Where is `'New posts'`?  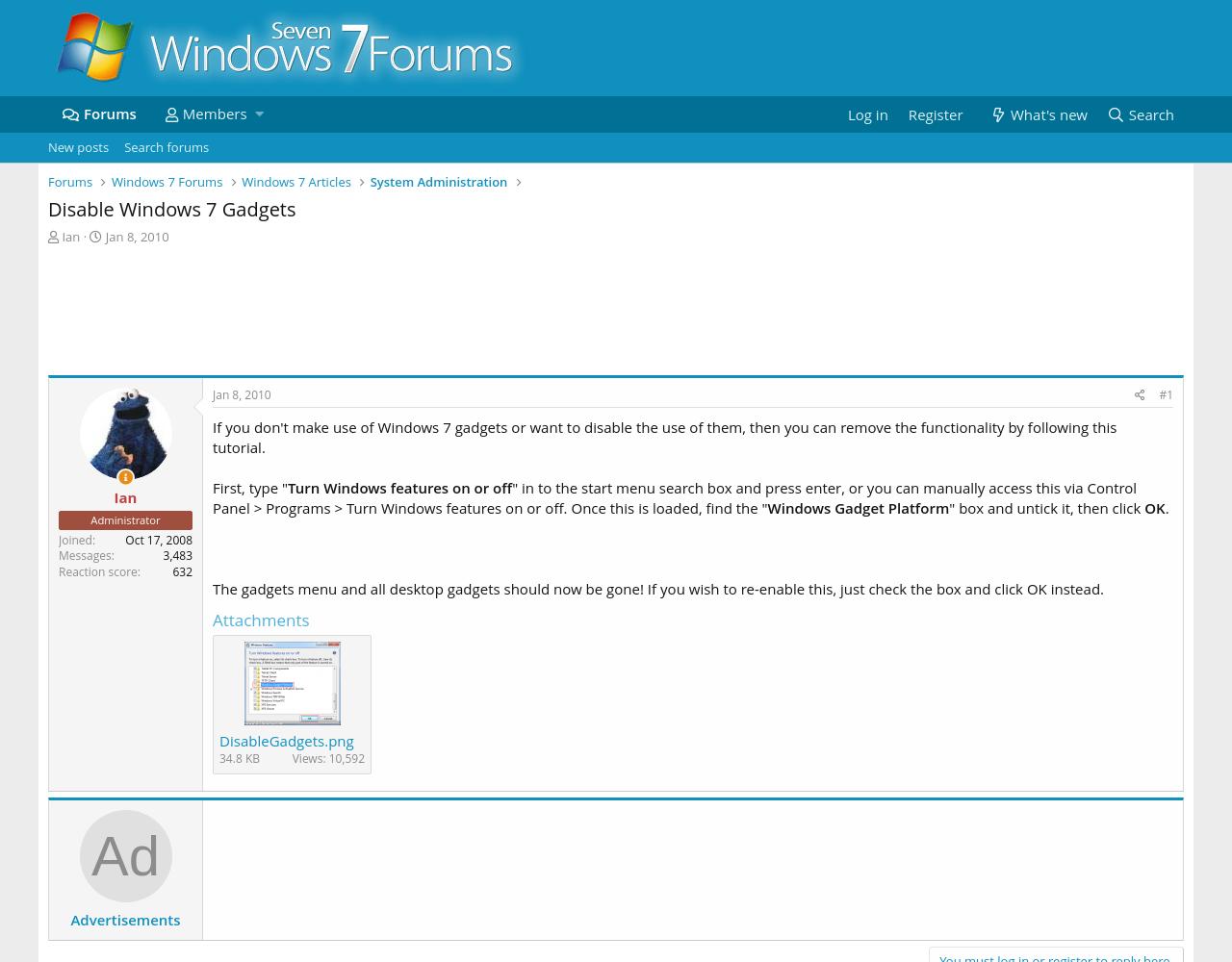 'New posts' is located at coordinates (48, 147).